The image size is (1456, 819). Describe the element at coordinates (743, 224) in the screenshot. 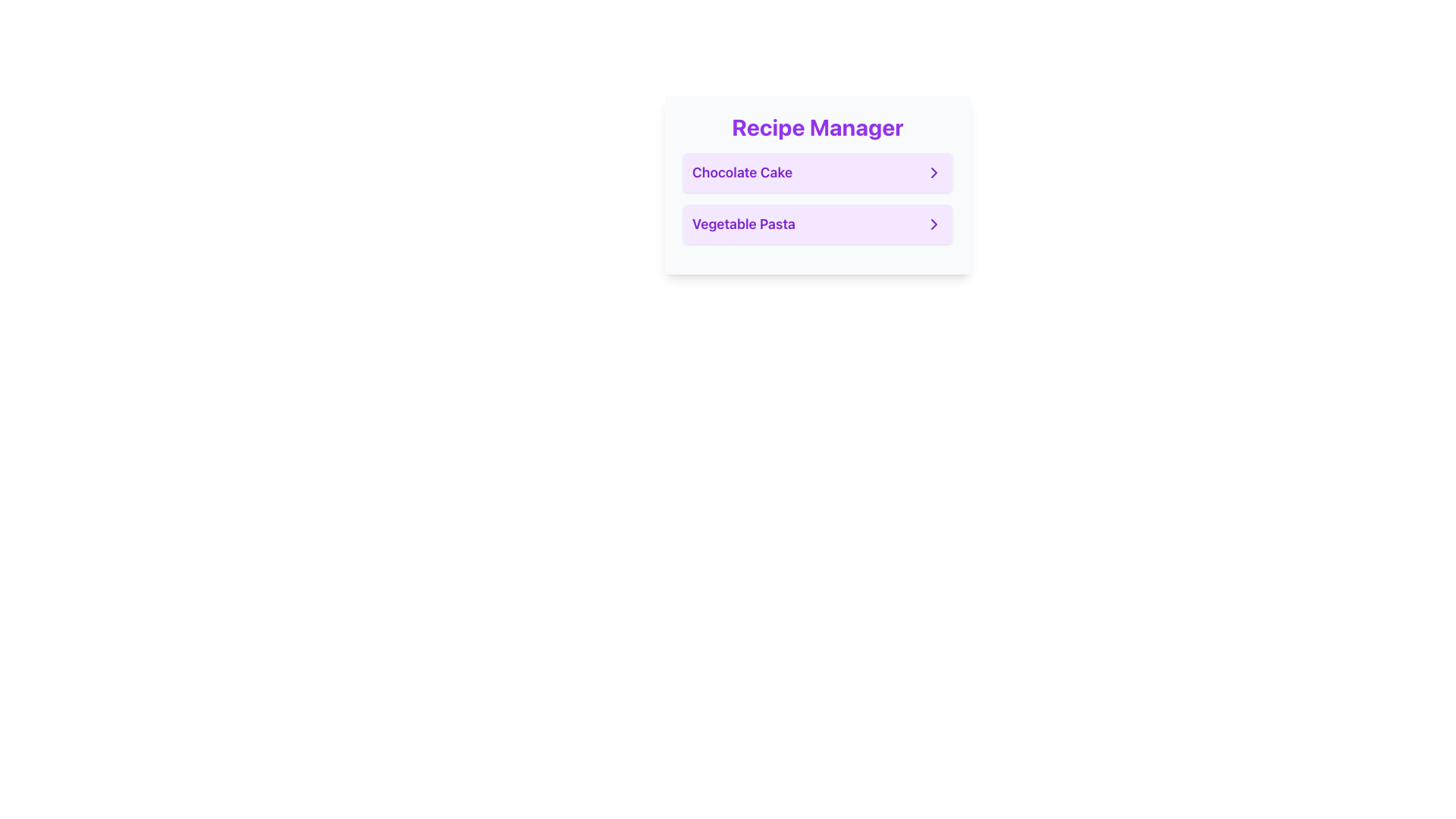

I see `the Text Label displaying 'Vegetable Pasta', which is styled in bold with a large purple font and is located within a selectable card in the Recipe Manager panel` at that location.